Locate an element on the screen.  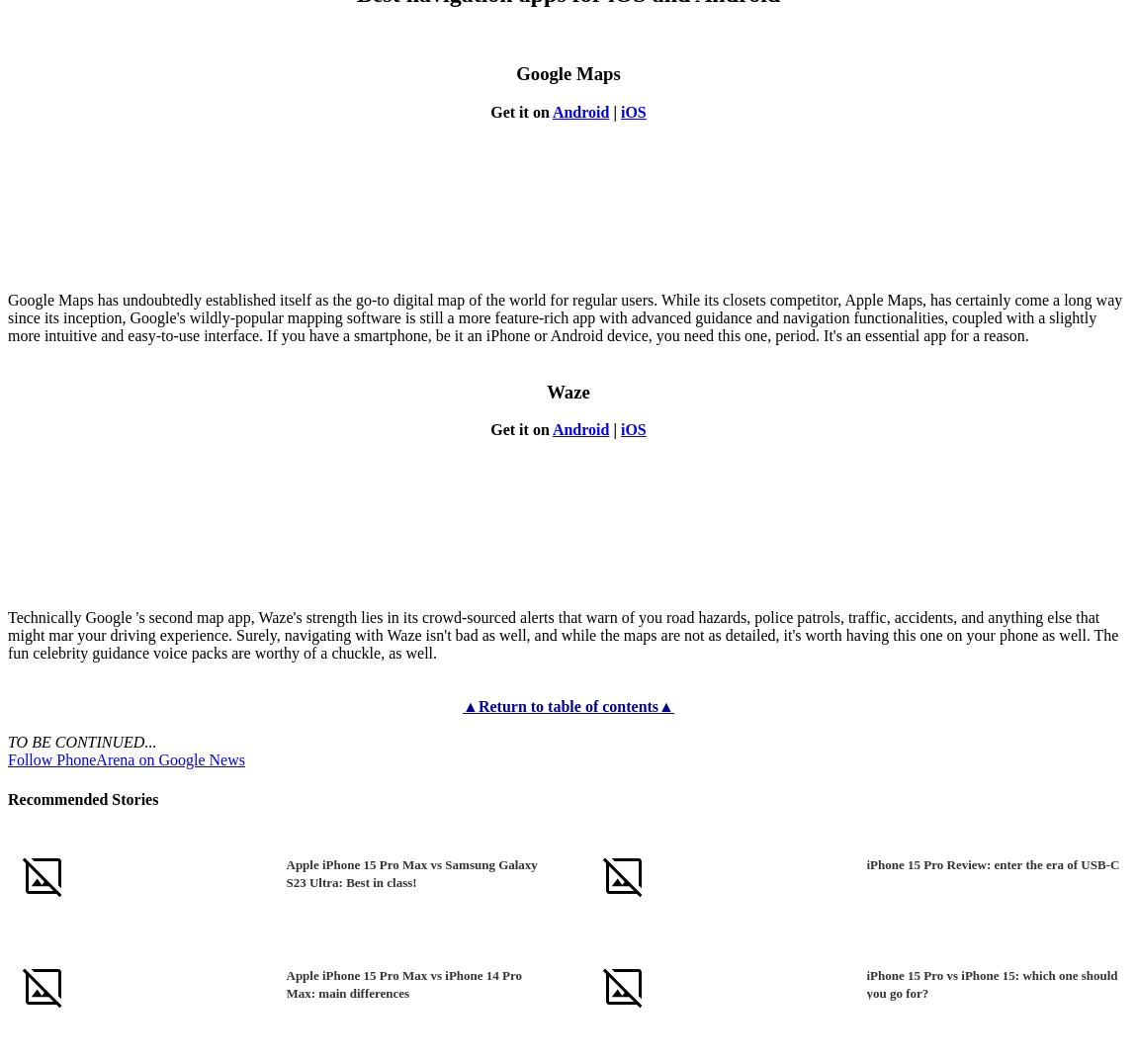
'Technically Google 's second map app, Waze's strength lies in its crowd-sourced alerts that warn of you road hazards, police patrols, traffic, accidents, and anything else that might mar your driving experience. Surely, navigating with Waze isn't bad as well, and while the maps are not as detailed, it's worth having this one on your phone as well. The fun celebrity guidance voice packs are worthy of a chuckle, as well.' is located at coordinates (563, 634).